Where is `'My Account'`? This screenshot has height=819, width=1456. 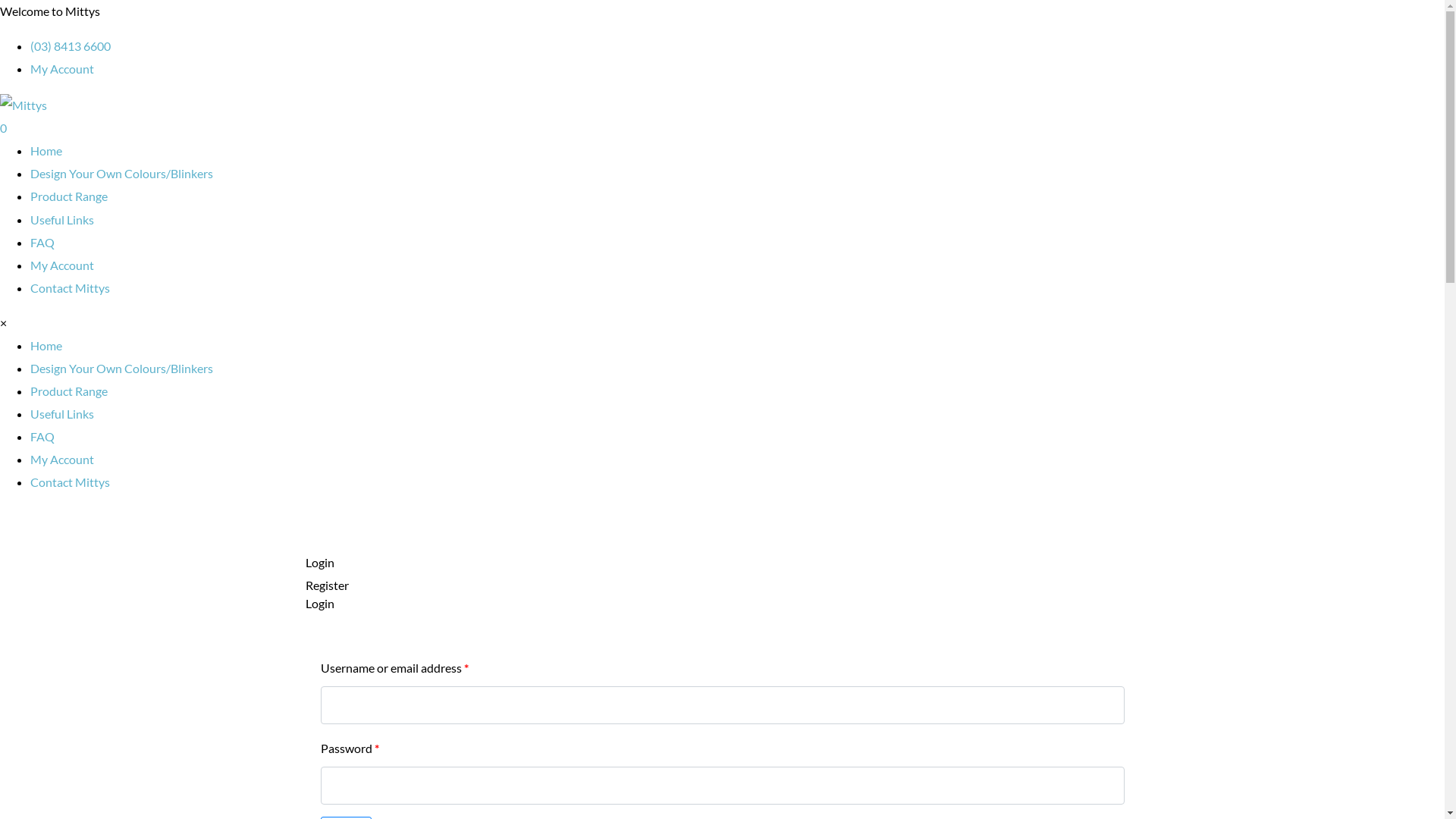 'My Account' is located at coordinates (61, 68).